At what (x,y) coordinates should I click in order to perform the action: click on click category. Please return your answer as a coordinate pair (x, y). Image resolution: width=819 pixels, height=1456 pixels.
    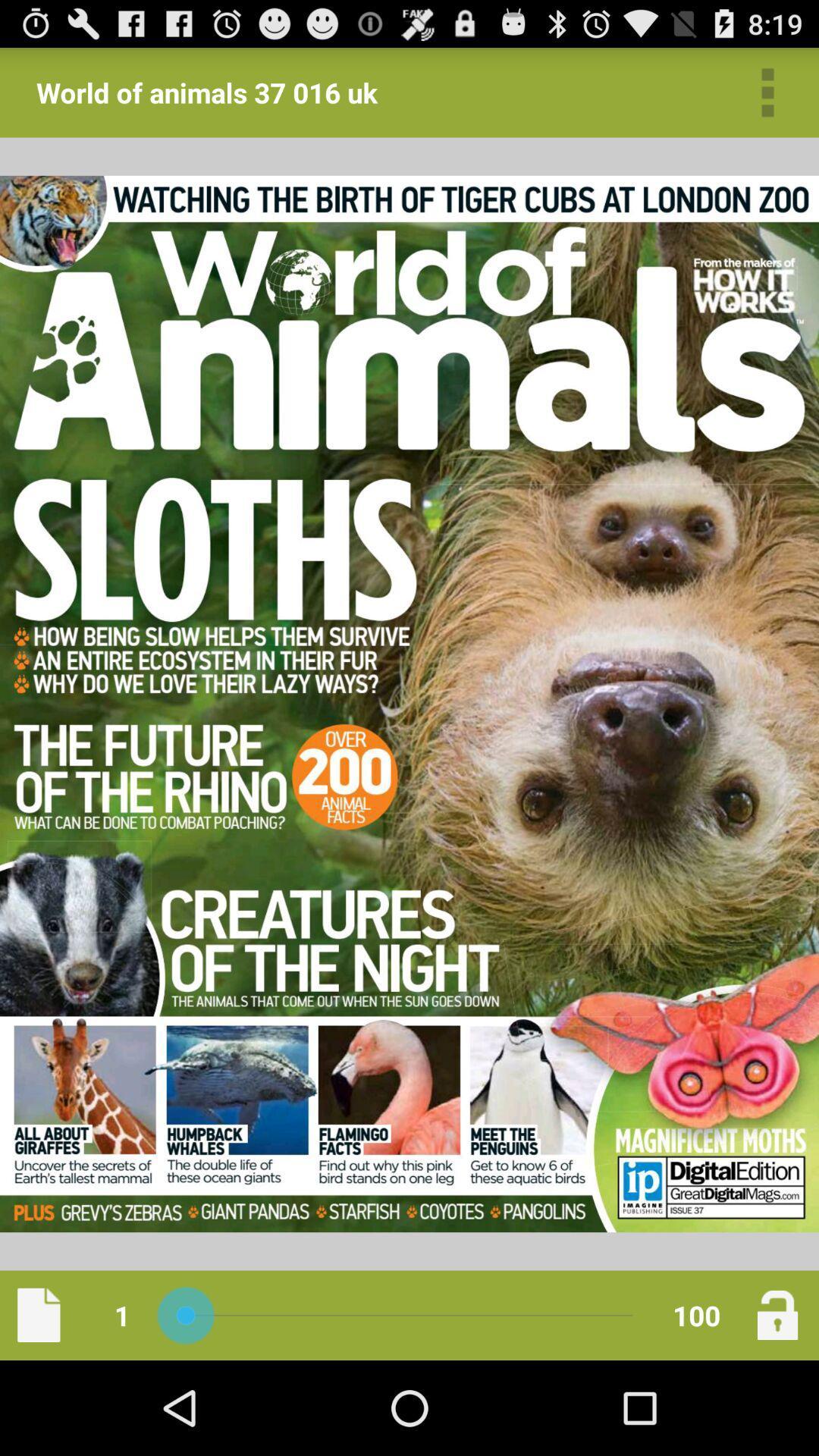
    Looking at the image, I should click on (767, 92).